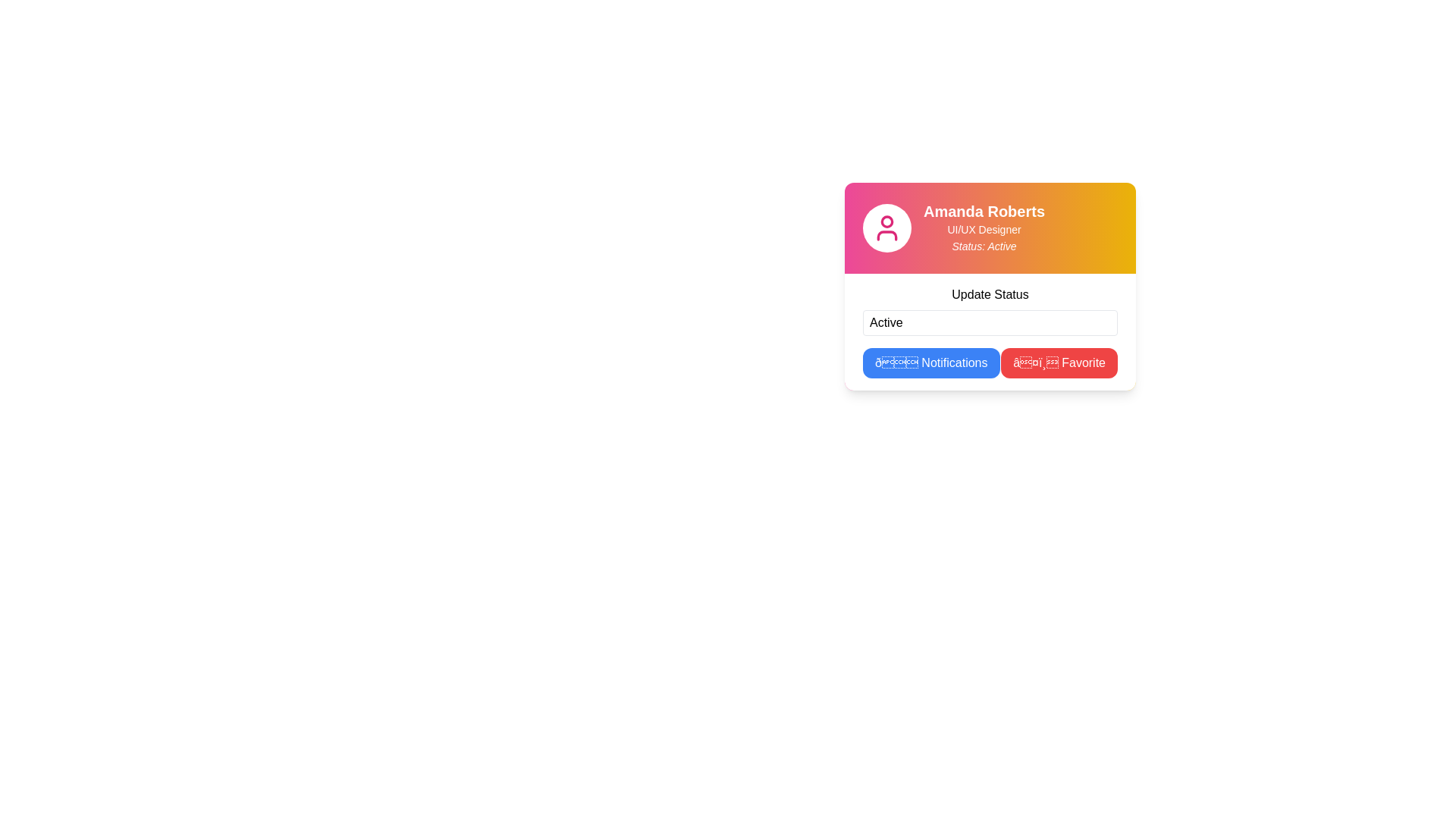  Describe the element at coordinates (984, 227) in the screenshot. I see `the textual information display component that shows 'Amanda Roberts', 'UI/UX Designer', and 'Status: Active' to retrieve additional information` at that location.